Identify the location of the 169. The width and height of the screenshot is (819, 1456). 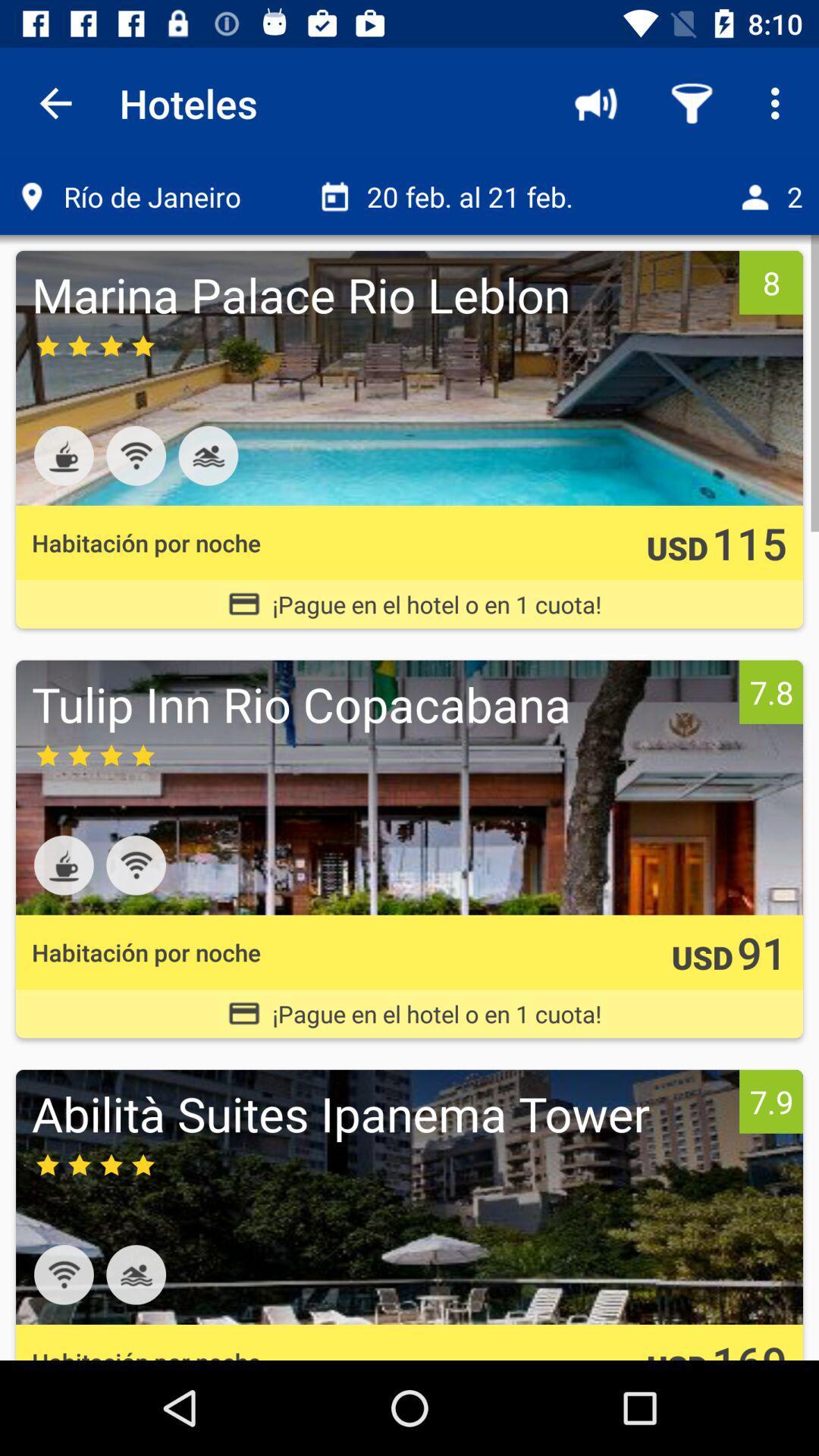
(748, 1346).